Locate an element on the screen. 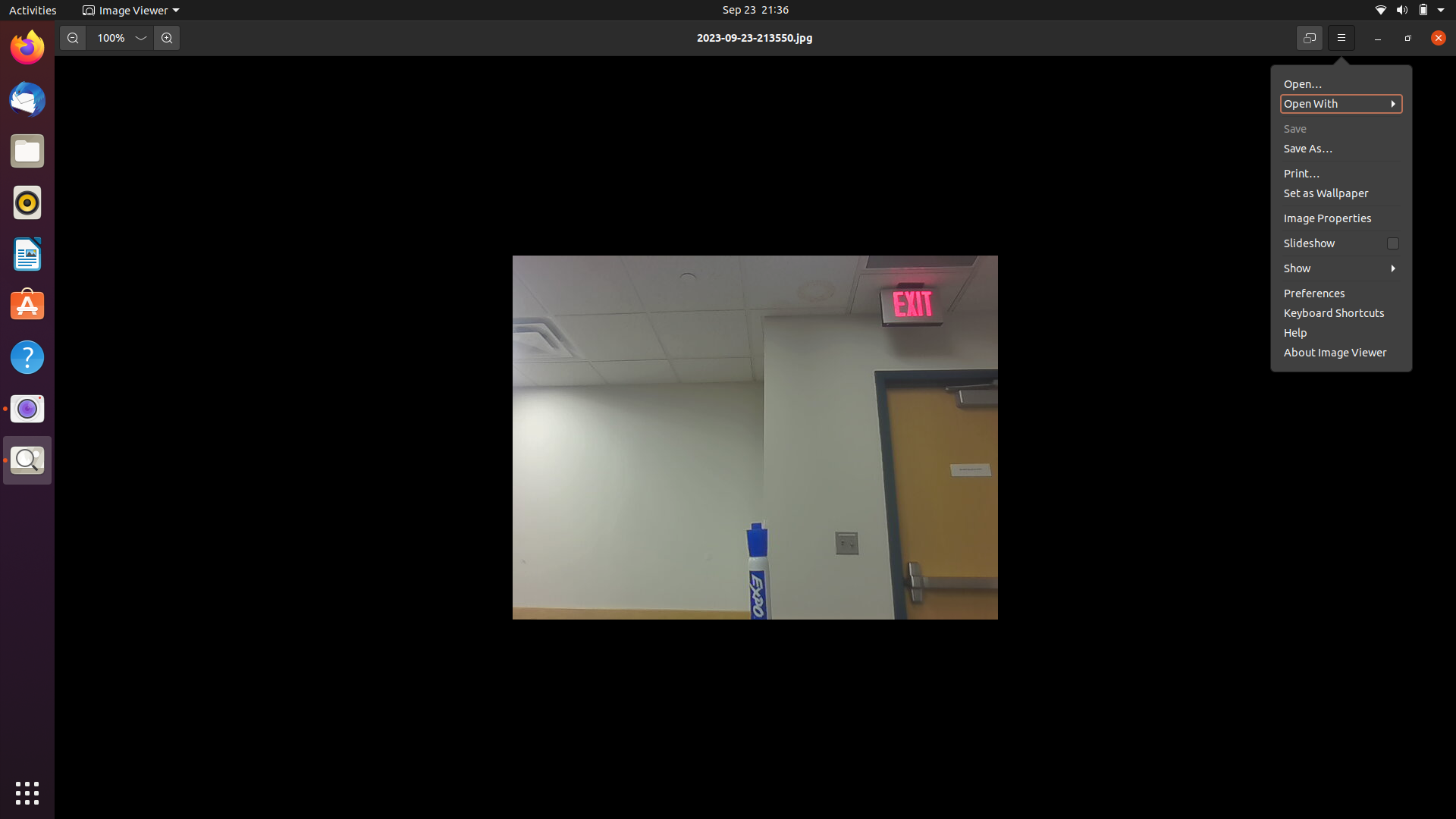  a new image that is the second one in the file browser is located at coordinates (1341, 103).